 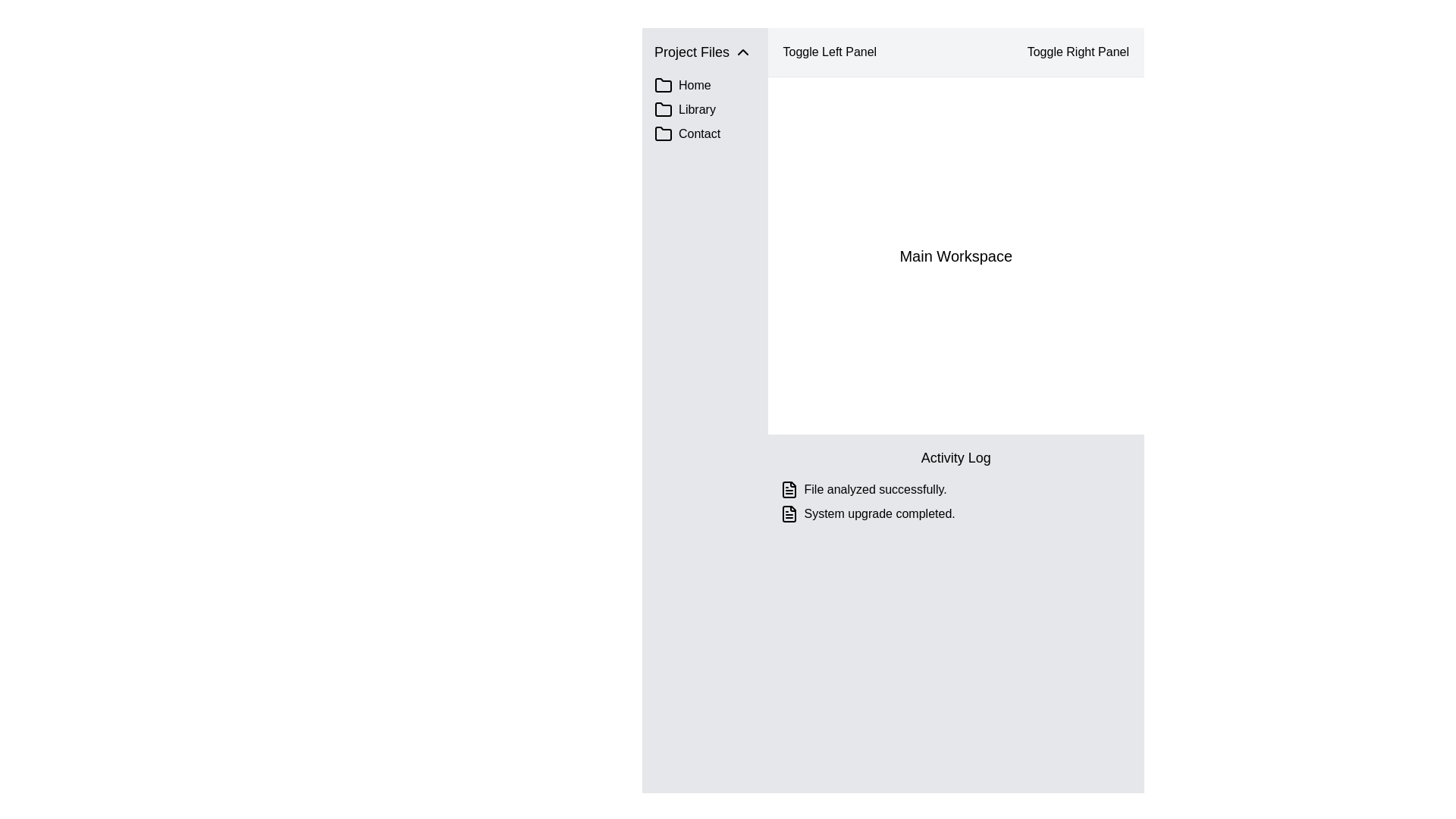 What do you see at coordinates (691, 52) in the screenshot?
I see `the 'Project Files' section header text label located at the uppermost part of the left-side panel` at bounding box center [691, 52].